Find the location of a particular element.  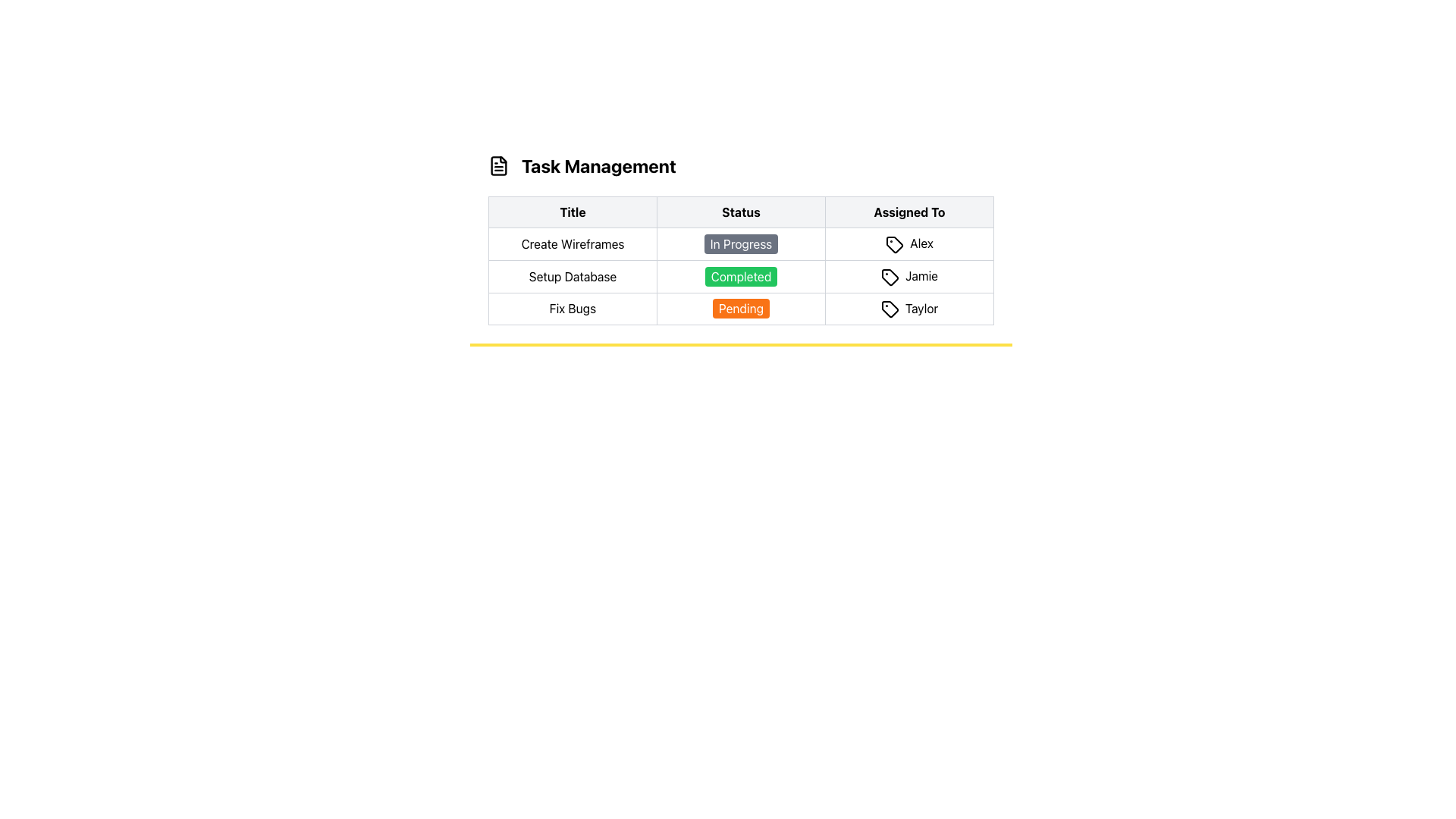

the status button in the third row of the Task Management table to update or view details for the task titled 'Fix Bugs' is located at coordinates (741, 308).